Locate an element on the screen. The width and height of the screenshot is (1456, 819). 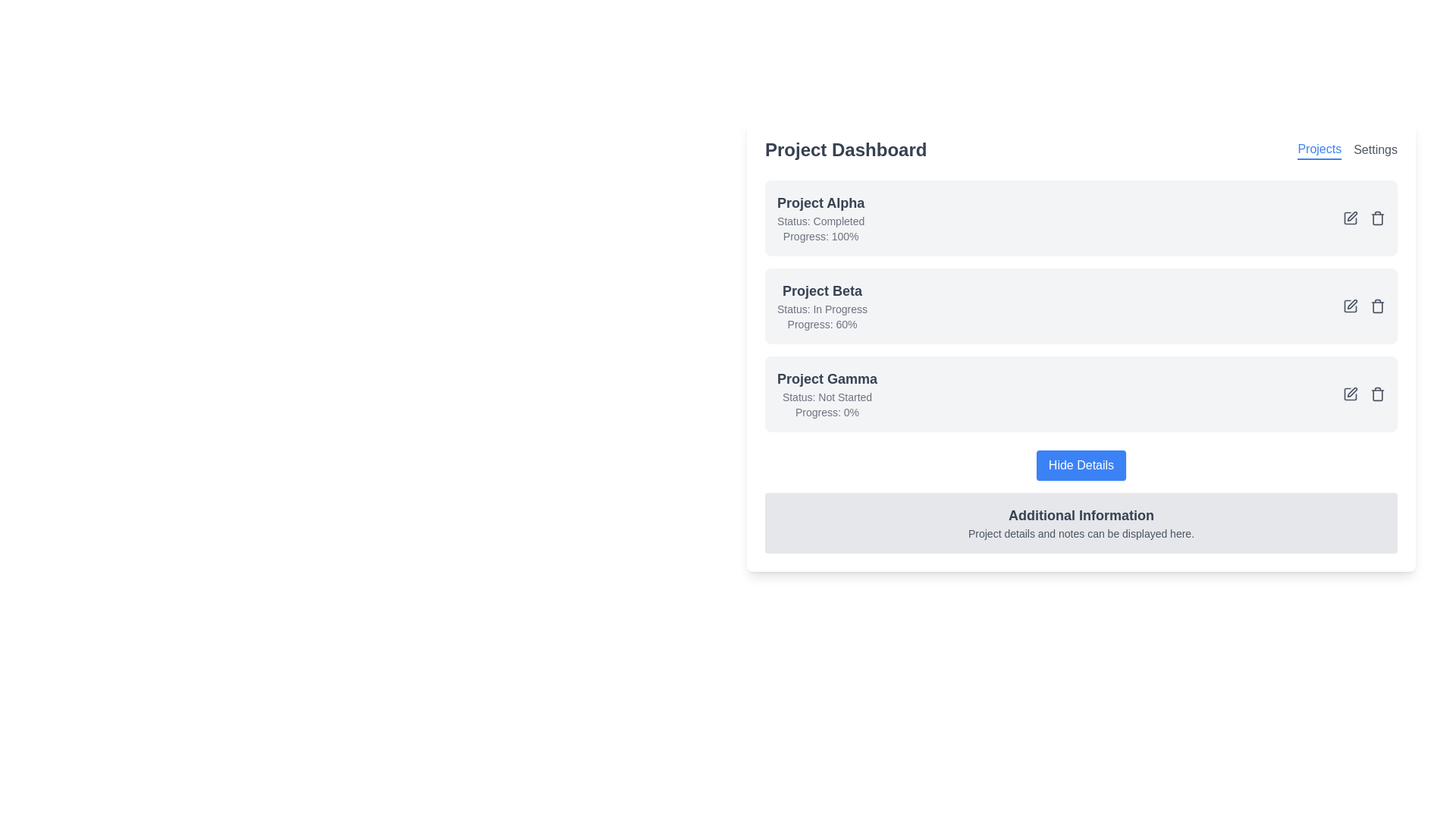
the editing icon for 'Project Gamma' is located at coordinates (1352, 391).